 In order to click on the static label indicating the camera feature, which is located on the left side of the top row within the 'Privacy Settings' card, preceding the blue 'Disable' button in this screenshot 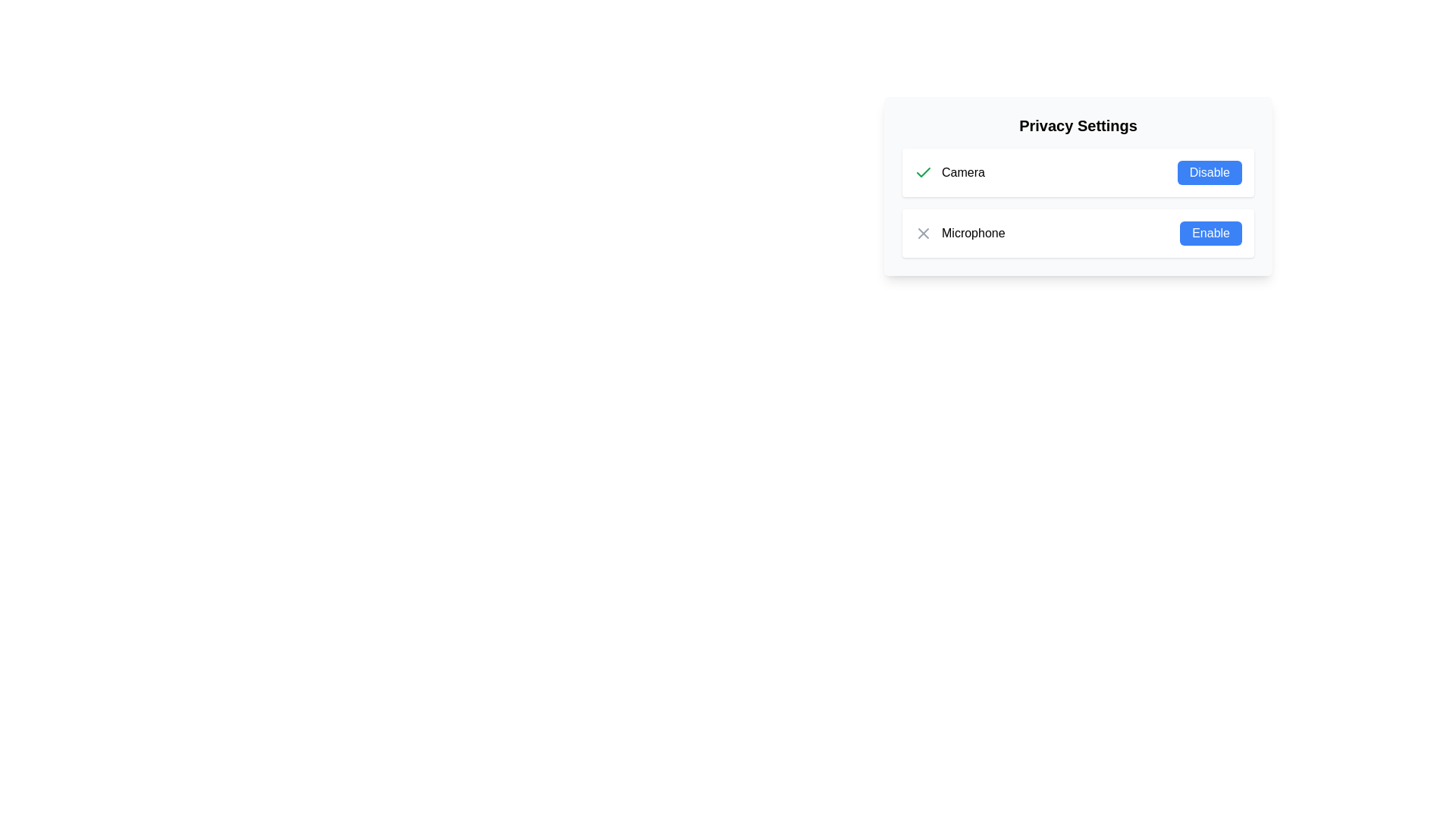, I will do `click(949, 171)`.